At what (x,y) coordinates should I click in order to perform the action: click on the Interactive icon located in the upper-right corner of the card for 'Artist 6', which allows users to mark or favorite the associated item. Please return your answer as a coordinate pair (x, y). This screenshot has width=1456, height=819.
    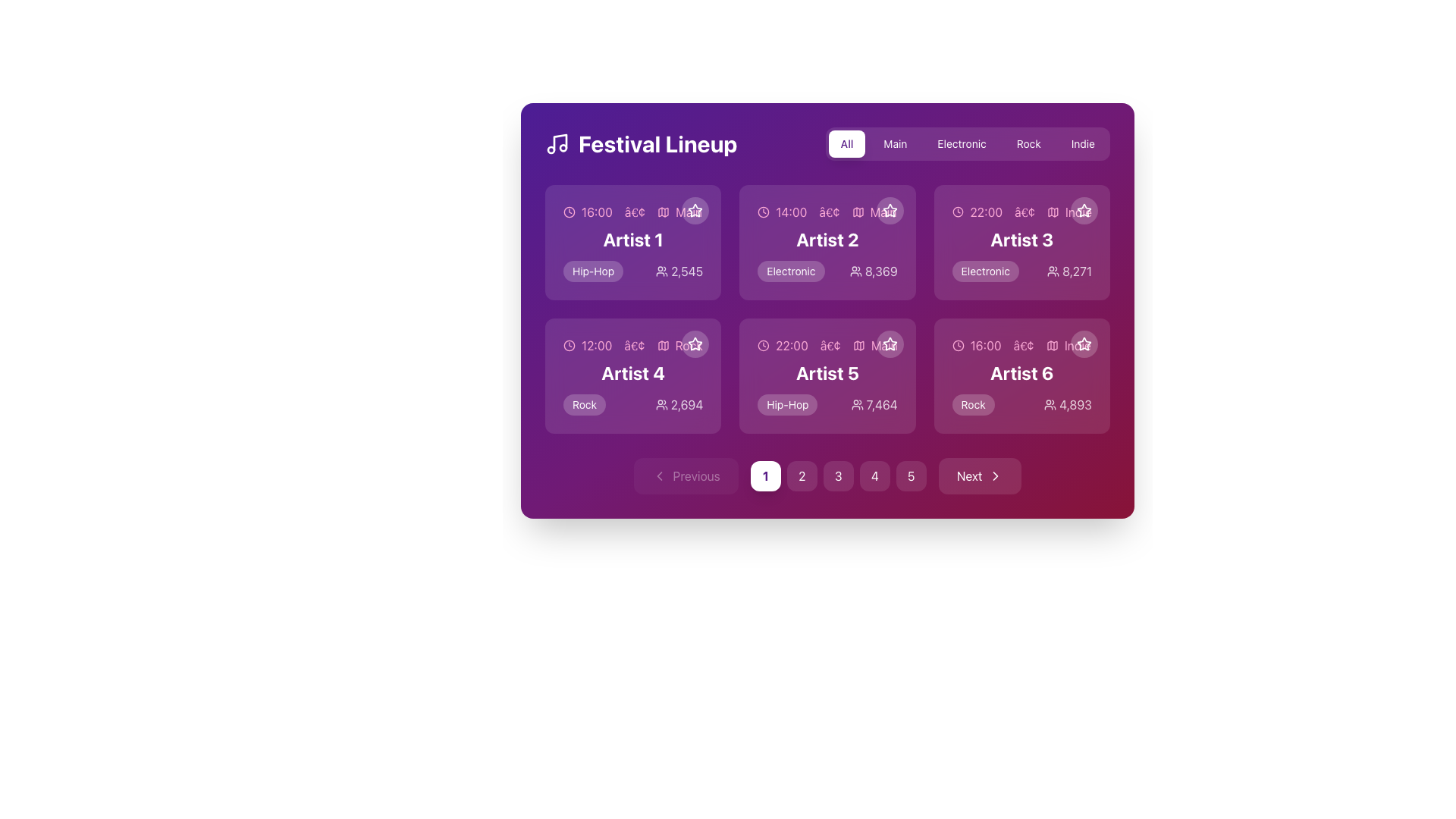
    Looking at the image, I should click on (1084, 344).